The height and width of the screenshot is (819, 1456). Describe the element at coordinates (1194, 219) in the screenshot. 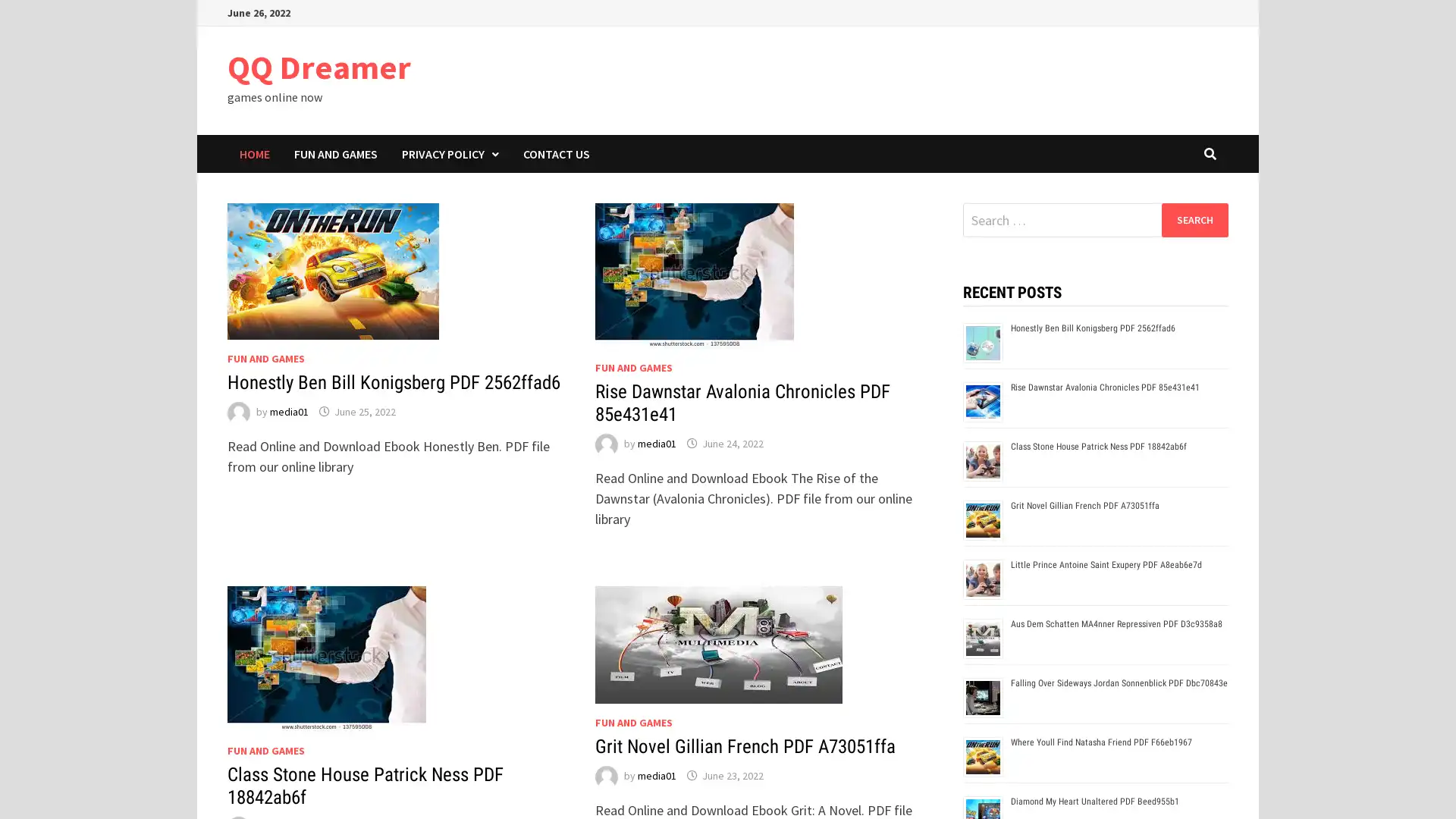

I see `Search` at that location.